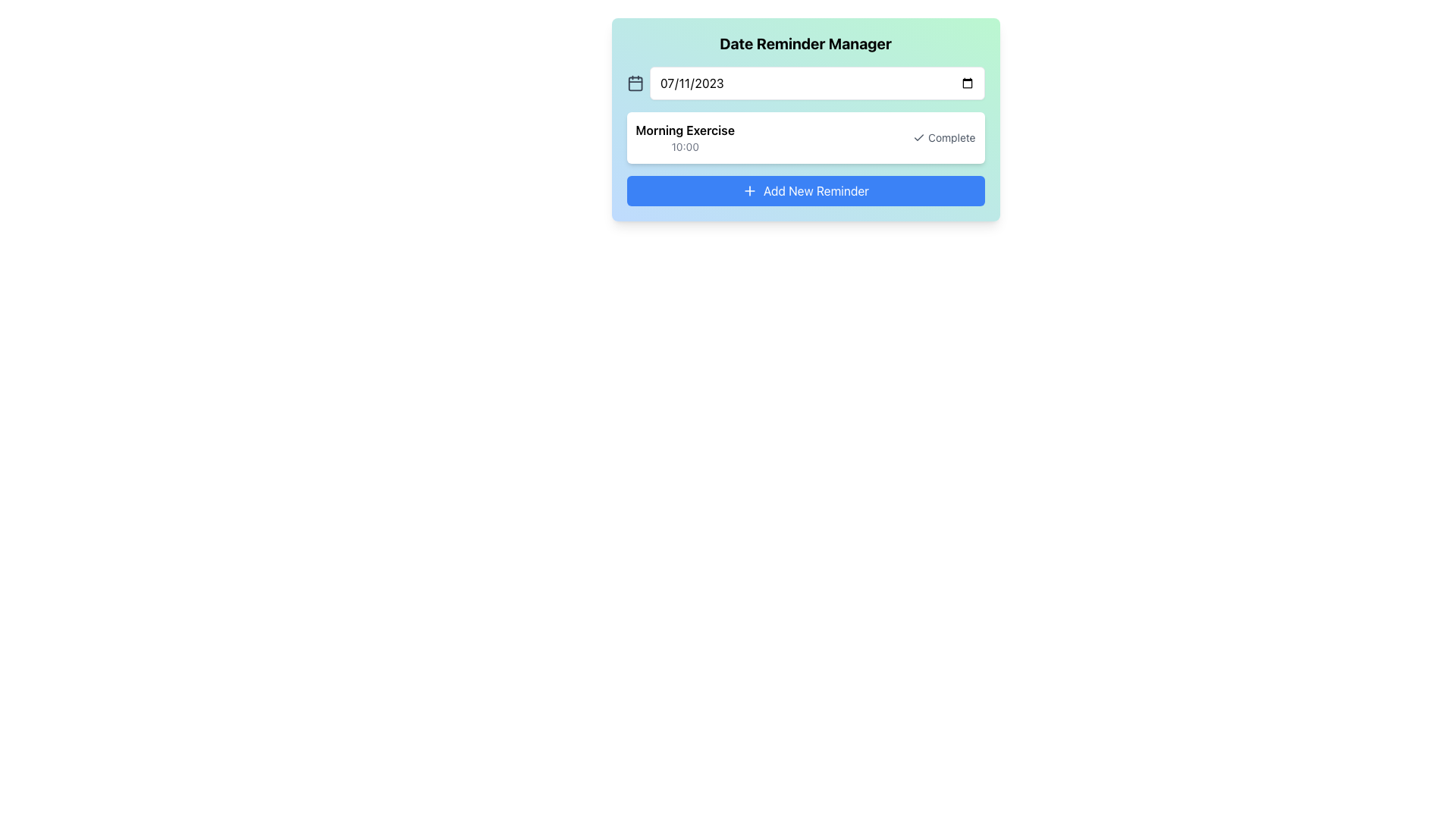 Image resolution: width=1456 pixels, height=819 pixels. What do you see at coordinates (684, 146) in the screenshot?
I see `the text element displaying the scheduled time for the task 'Morning Exercise', which is positioned directly below the task title and above the 'Complete' button` at bounding box center [684, 146].